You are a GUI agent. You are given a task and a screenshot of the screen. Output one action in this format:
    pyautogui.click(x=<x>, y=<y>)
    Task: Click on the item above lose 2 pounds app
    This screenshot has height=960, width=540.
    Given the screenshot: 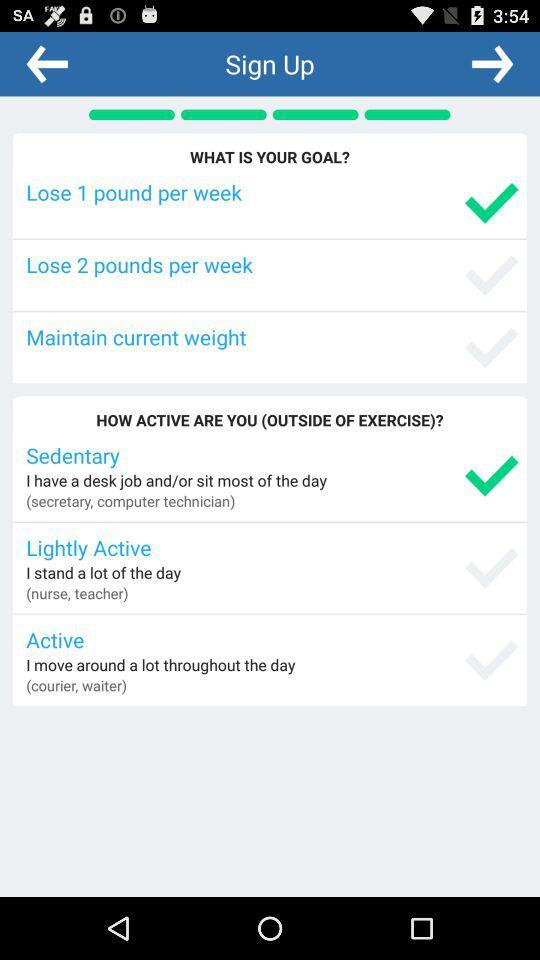 What is the action you would take?
    pyautogui.click(x=271, y=192)
    